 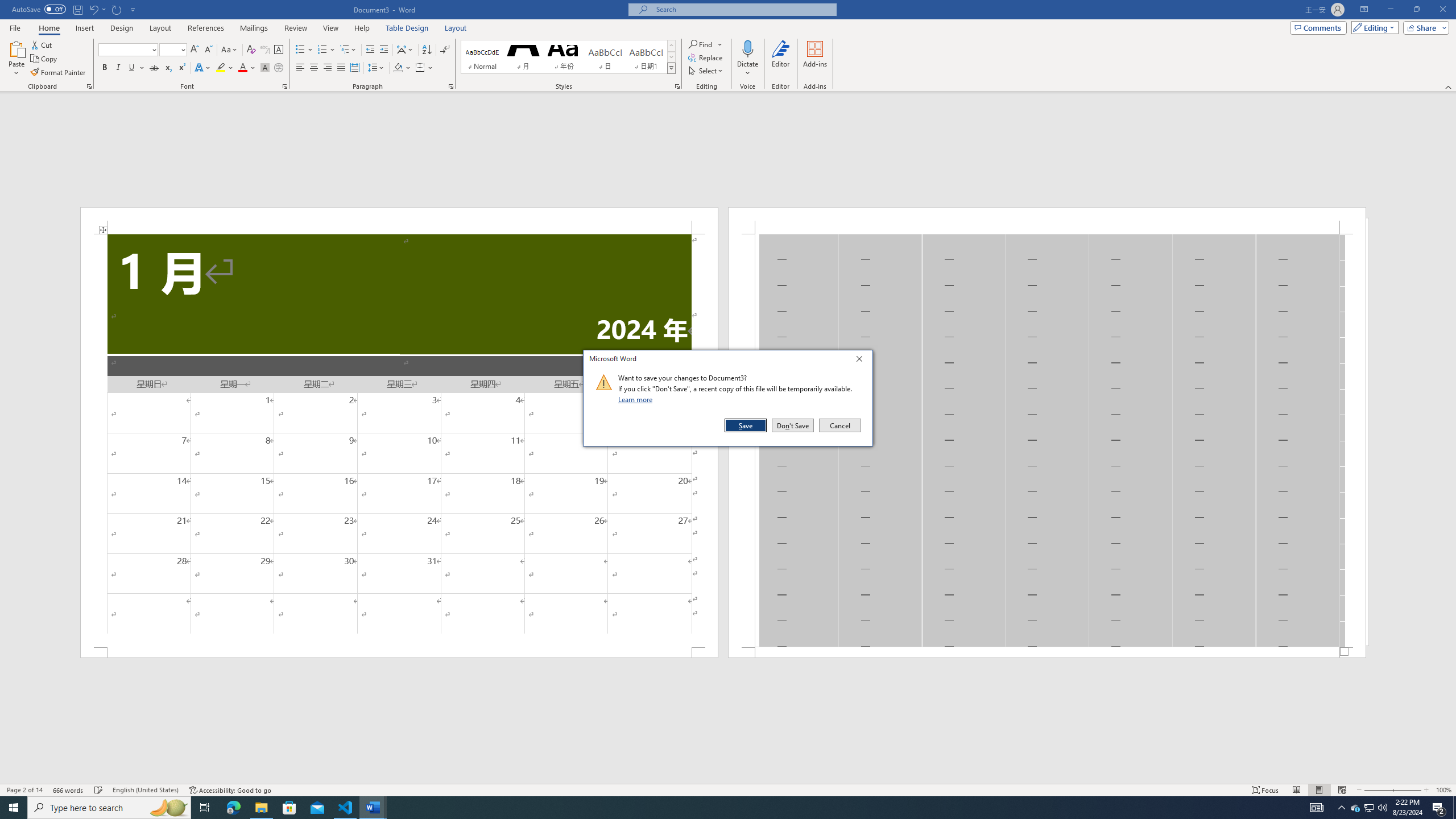 I want to click on 'Align Right', so click(x=327, y=67).